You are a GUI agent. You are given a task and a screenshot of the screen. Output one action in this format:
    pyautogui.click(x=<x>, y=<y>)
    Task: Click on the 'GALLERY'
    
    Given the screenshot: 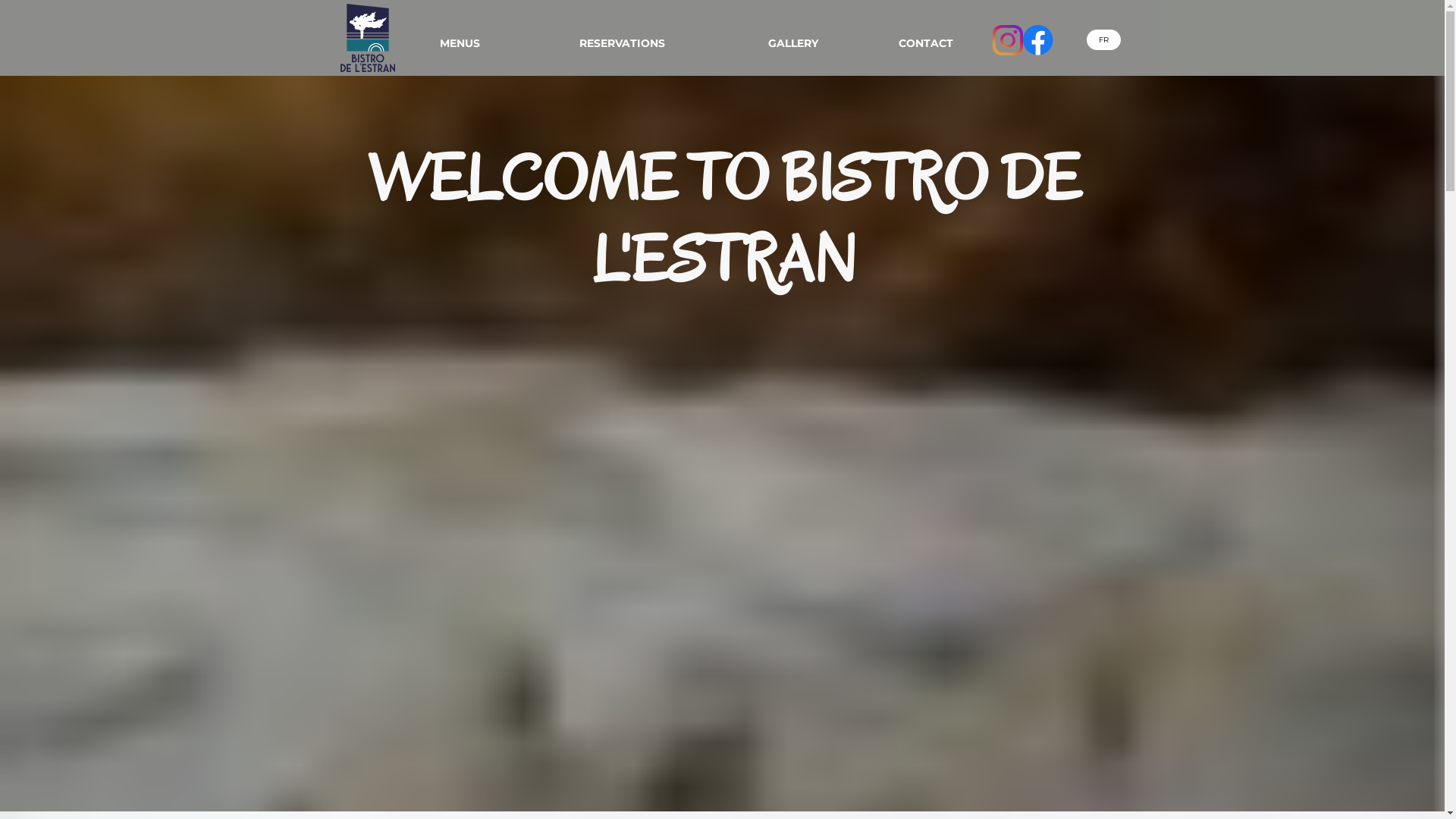 What is the action you would take?
    pyautogui.click(x=792, y=42)
    